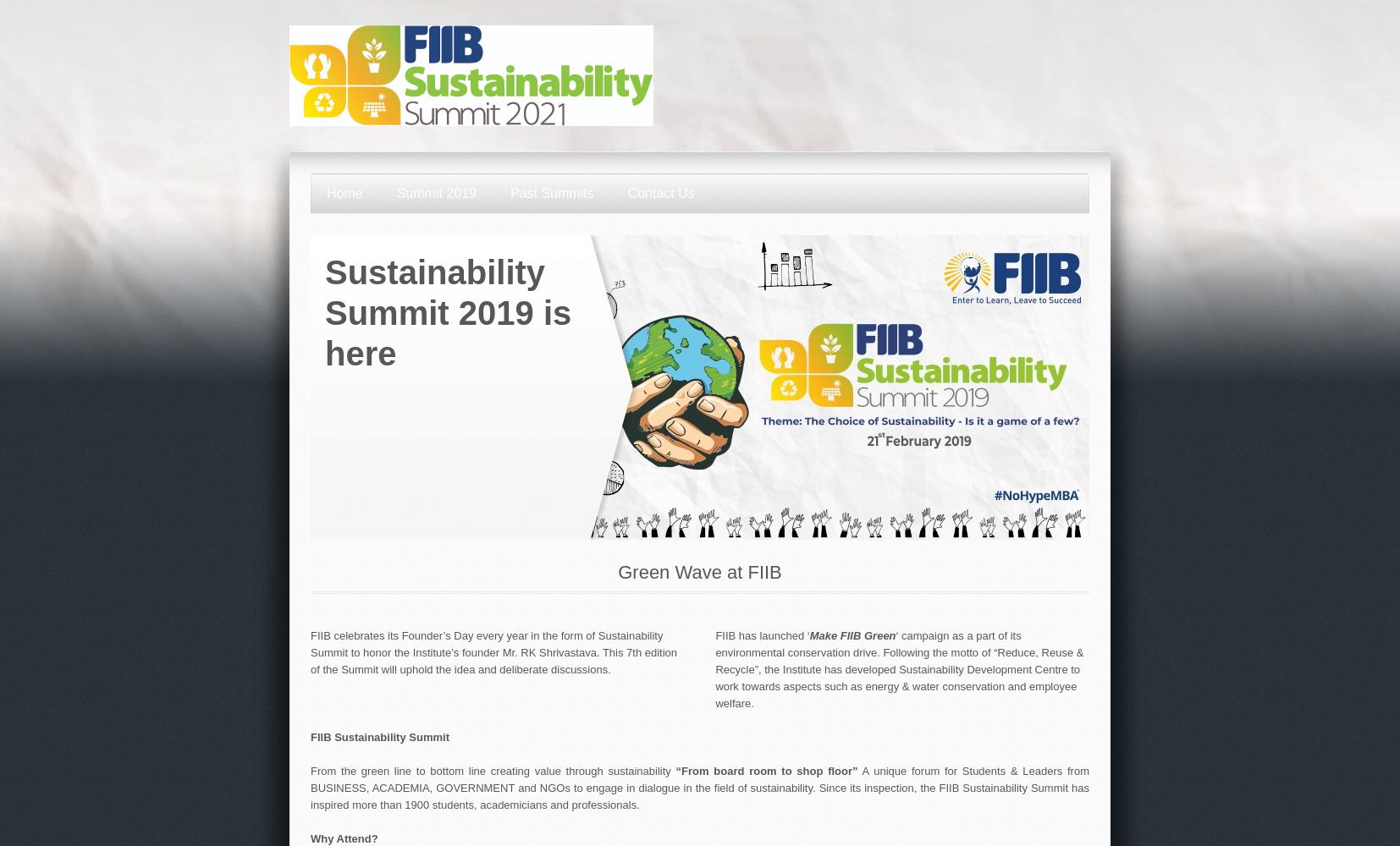  Describe the element at coordinates (448, 333) in the screenshot. I see `'is here'` at that location.